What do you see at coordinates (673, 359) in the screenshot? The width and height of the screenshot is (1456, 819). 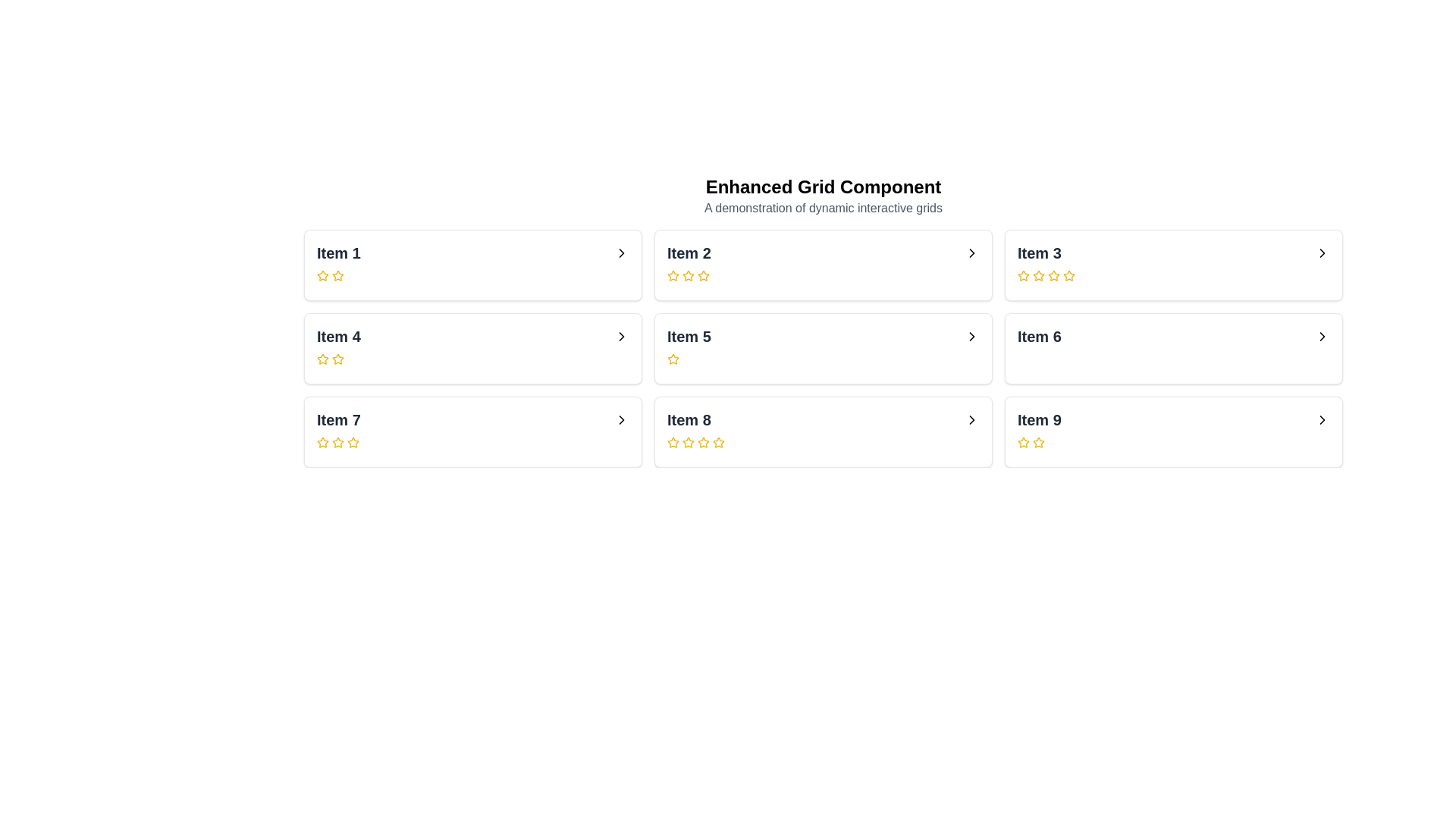 I see `the golden yellow star-shaped icon, which is the first in a horizontal group of three stars in the 'Item 5' card` at bounding box center [673, 359].